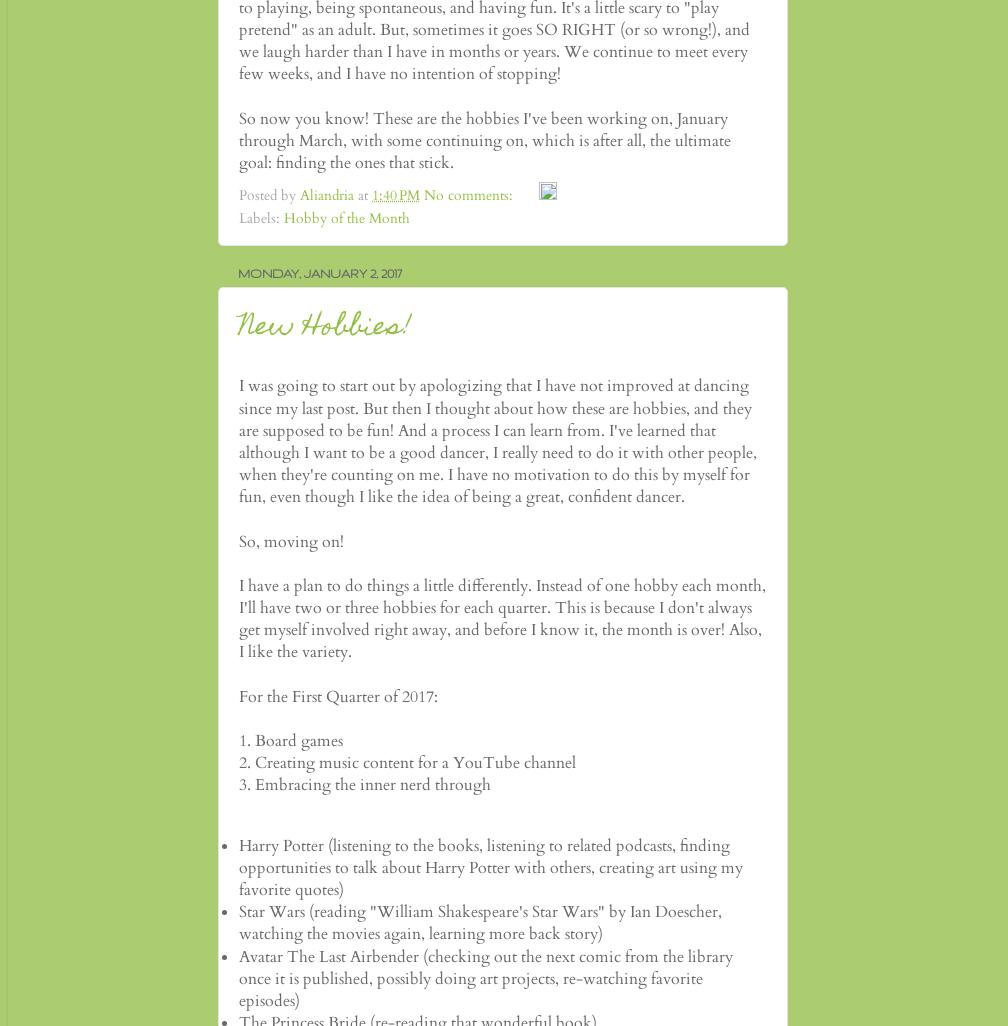  What do you see at coordinates (485, 140) in the screenshot?
I see `'So now you know! These are the hobbies I've been working on, January through March, with some continuing on, which is after all, the ultimate goal: finding the ones that stick.'` at bounding box center [485, 140].